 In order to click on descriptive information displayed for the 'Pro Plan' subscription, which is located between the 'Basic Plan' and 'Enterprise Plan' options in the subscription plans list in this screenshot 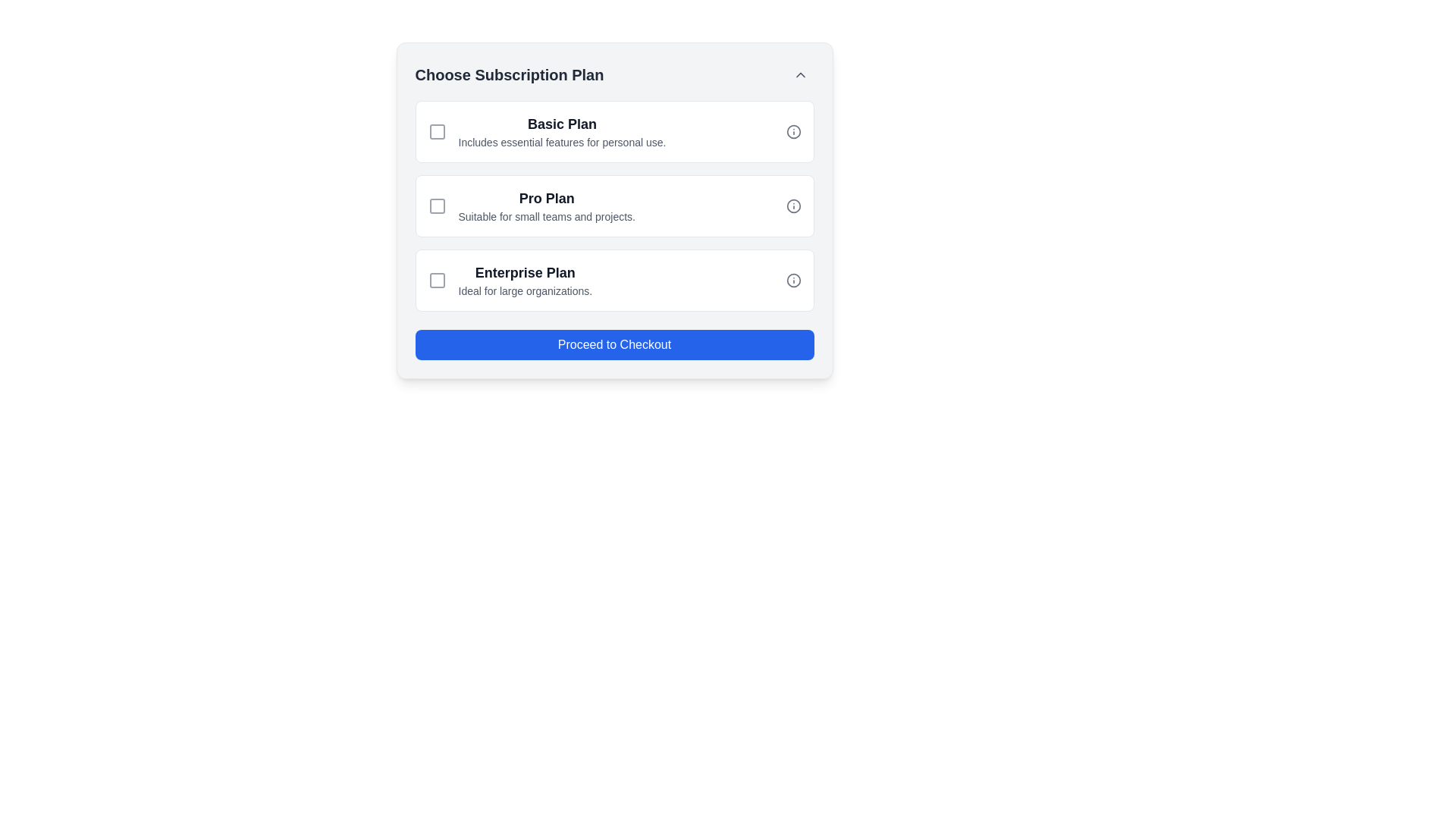, I will do `click(546, 206)`.